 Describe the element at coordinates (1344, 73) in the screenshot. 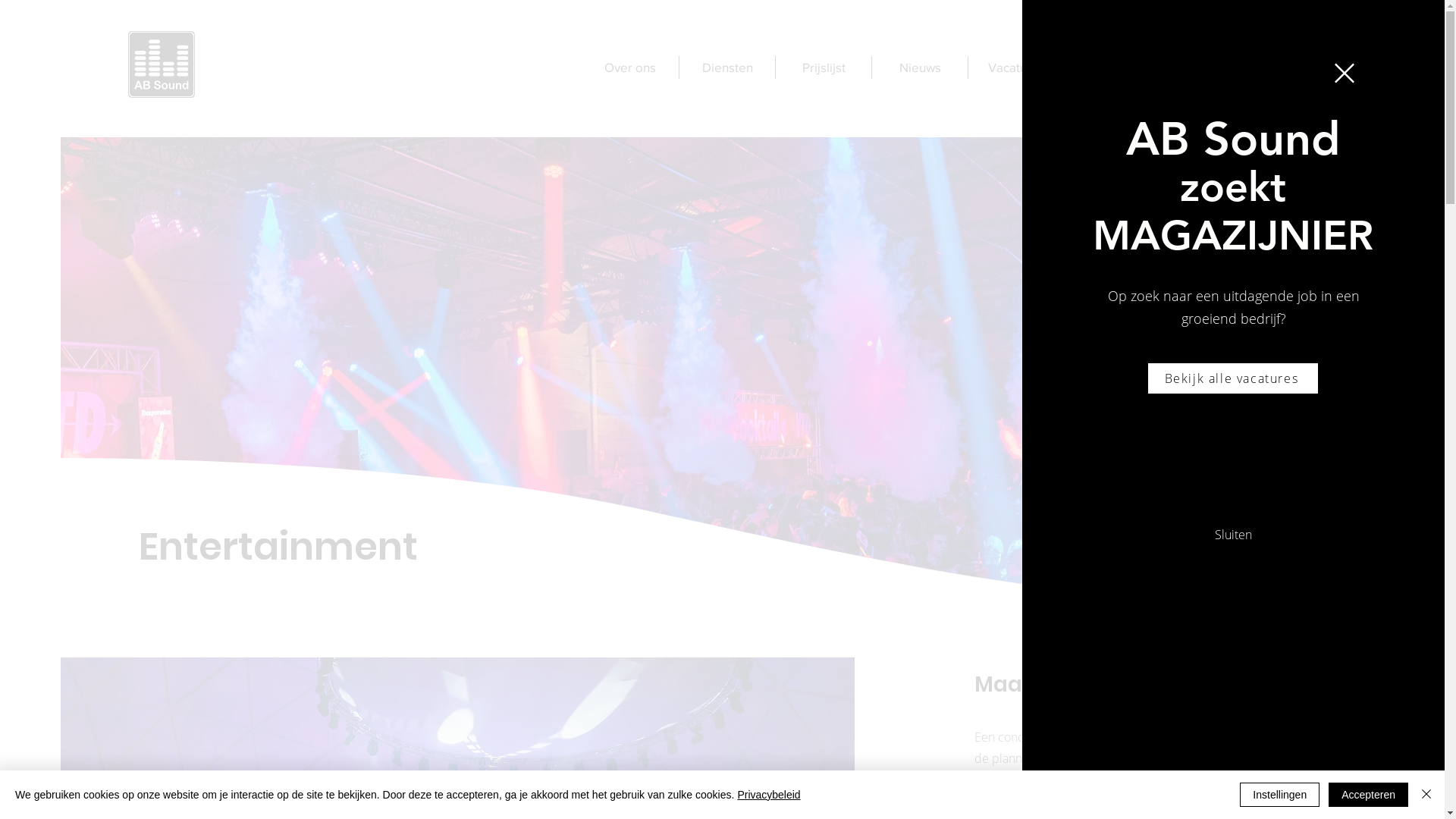

I see `'Terug naar de website'` at that location.